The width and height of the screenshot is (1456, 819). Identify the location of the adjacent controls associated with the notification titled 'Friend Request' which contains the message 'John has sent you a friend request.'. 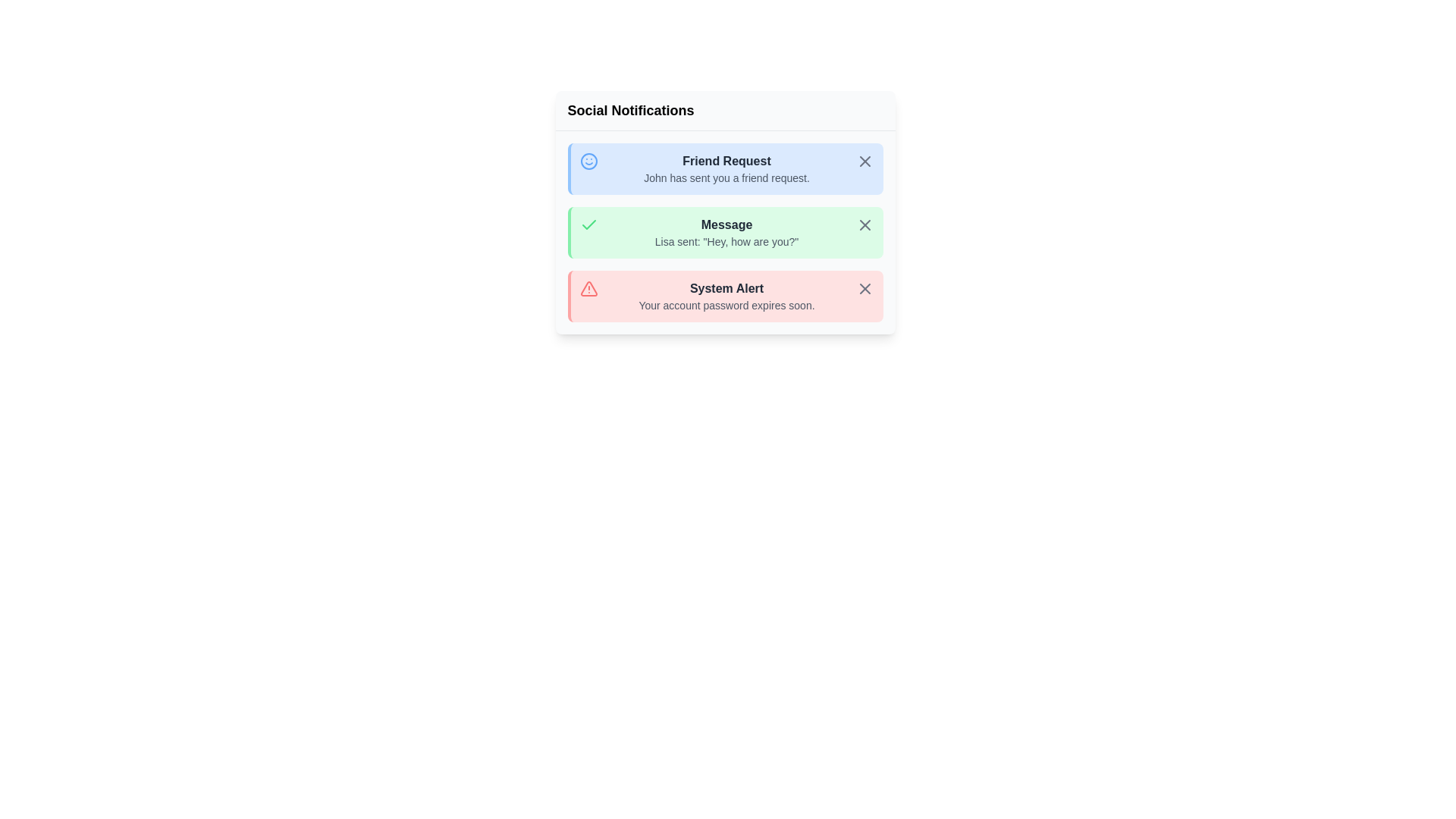
(726, 169).